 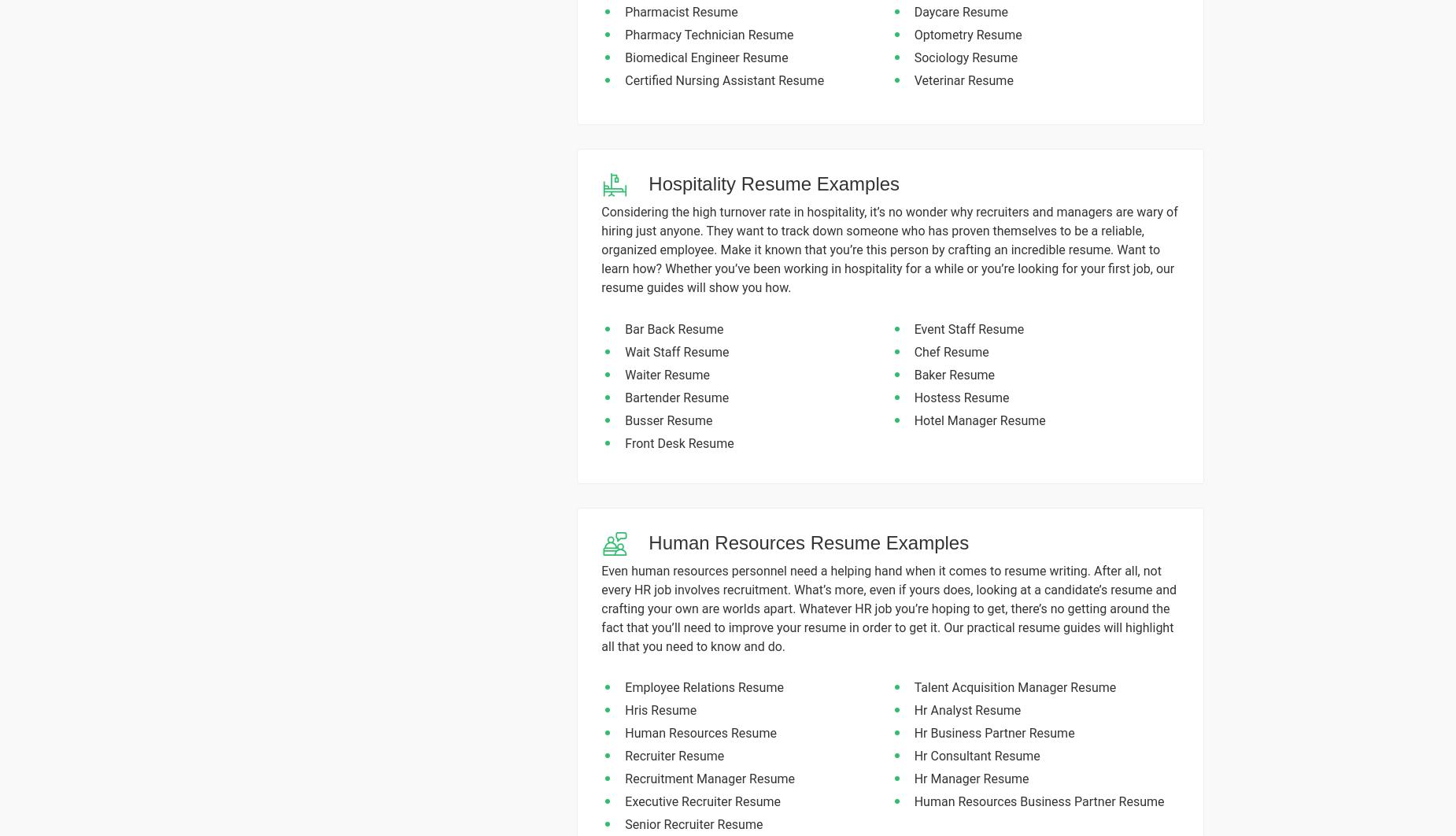 I want to click on 'Executive Recruiter Resume', so click(x=702, y=801).